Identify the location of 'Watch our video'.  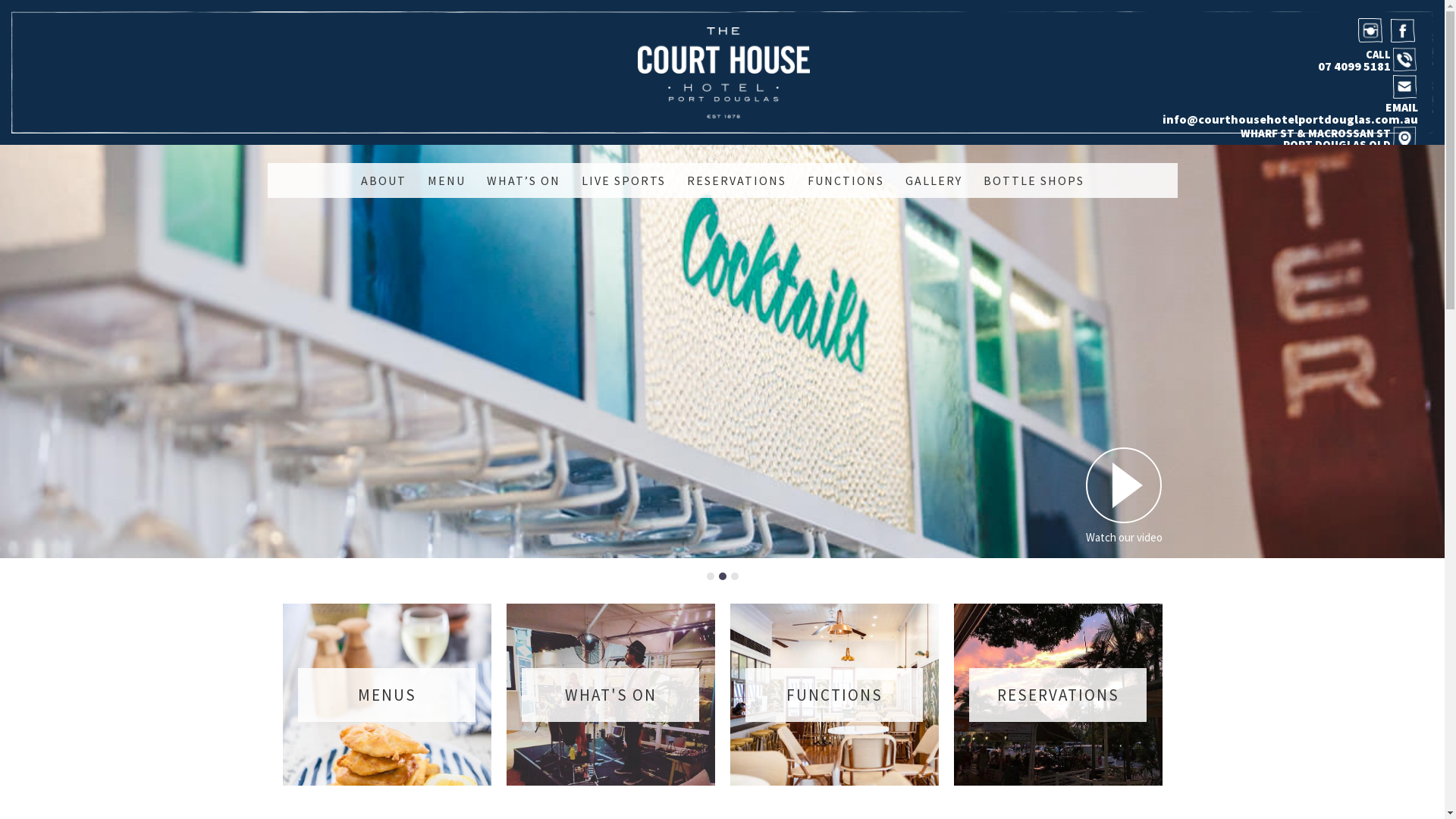
(1124, 494).